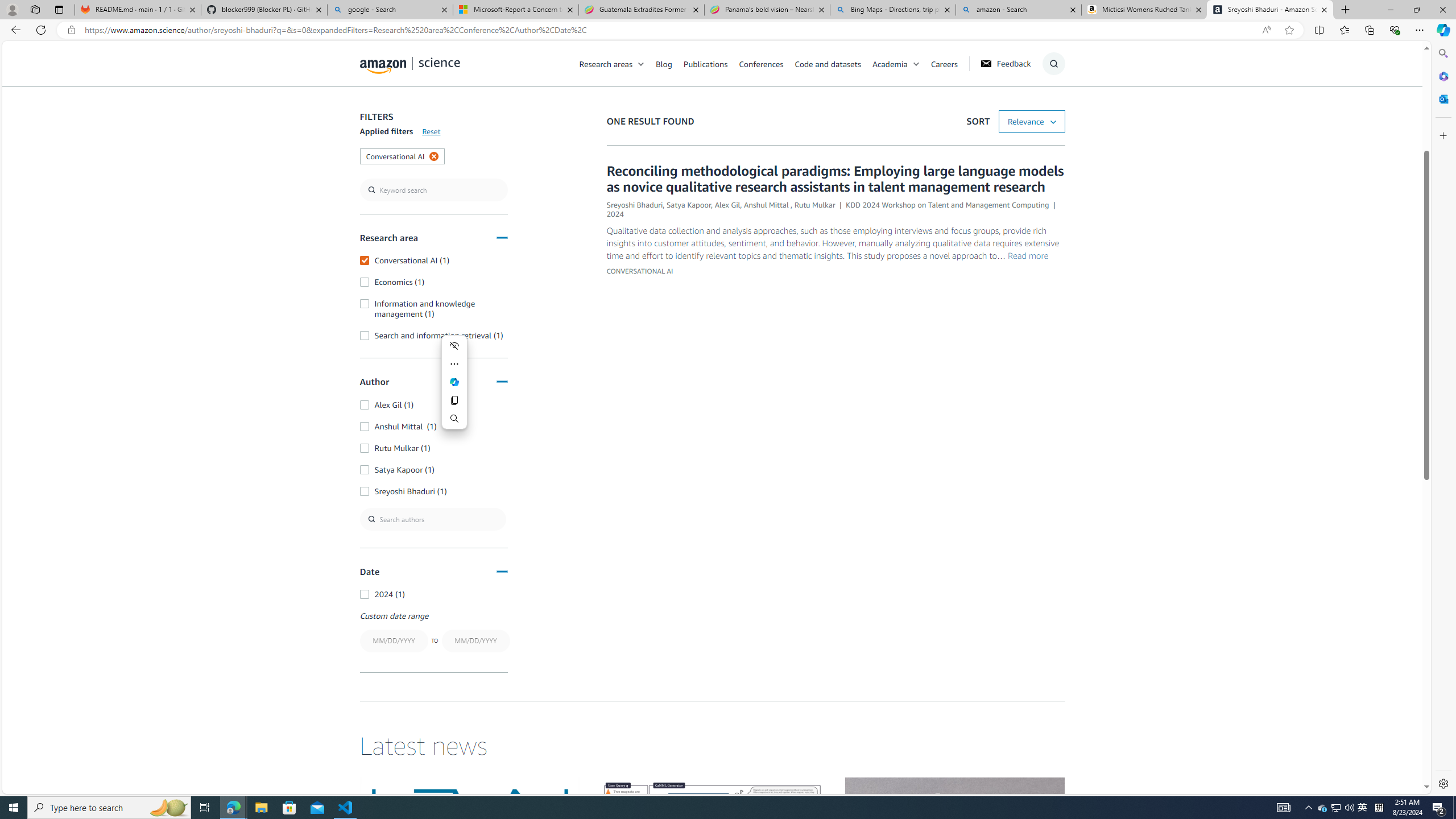 The height and width of the screenshot is (819, 1456). What do you see at coordinates (944, 63) in the screenshot?
I see `'Careers'` at bounding box center [944, 63].